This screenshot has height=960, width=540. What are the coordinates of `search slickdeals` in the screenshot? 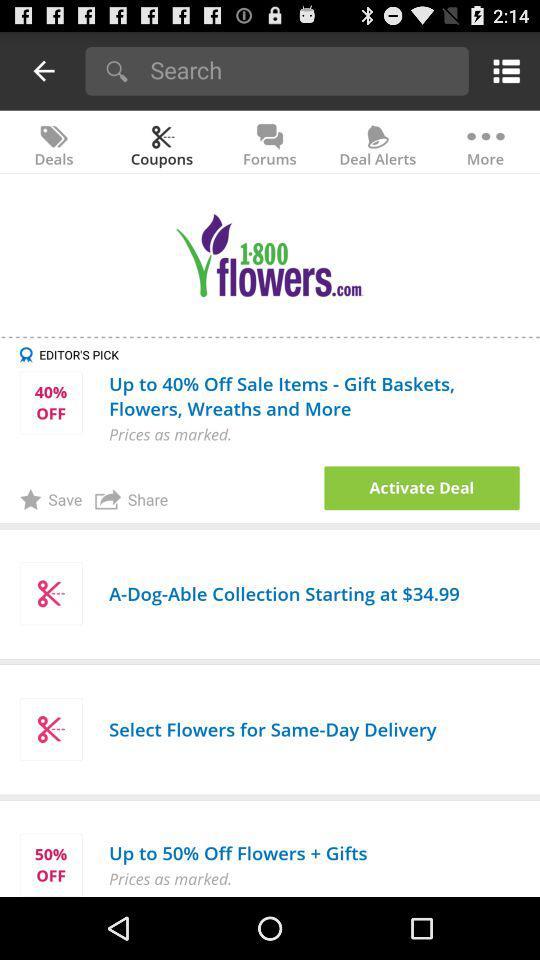 It's located at (302, 69).